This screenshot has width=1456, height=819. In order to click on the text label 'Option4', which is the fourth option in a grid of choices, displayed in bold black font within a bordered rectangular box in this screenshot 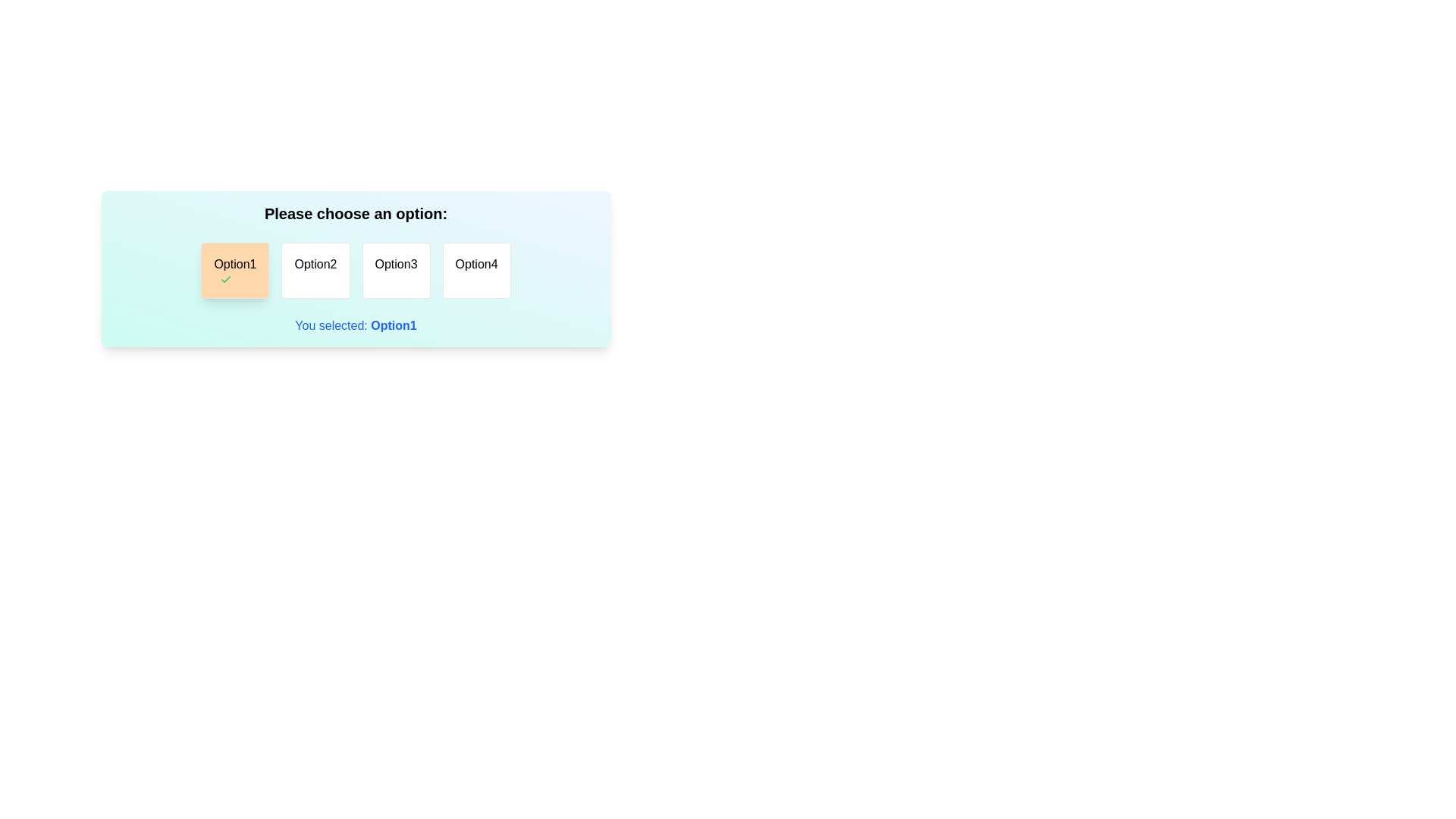, I will do `click(475, 263)`.